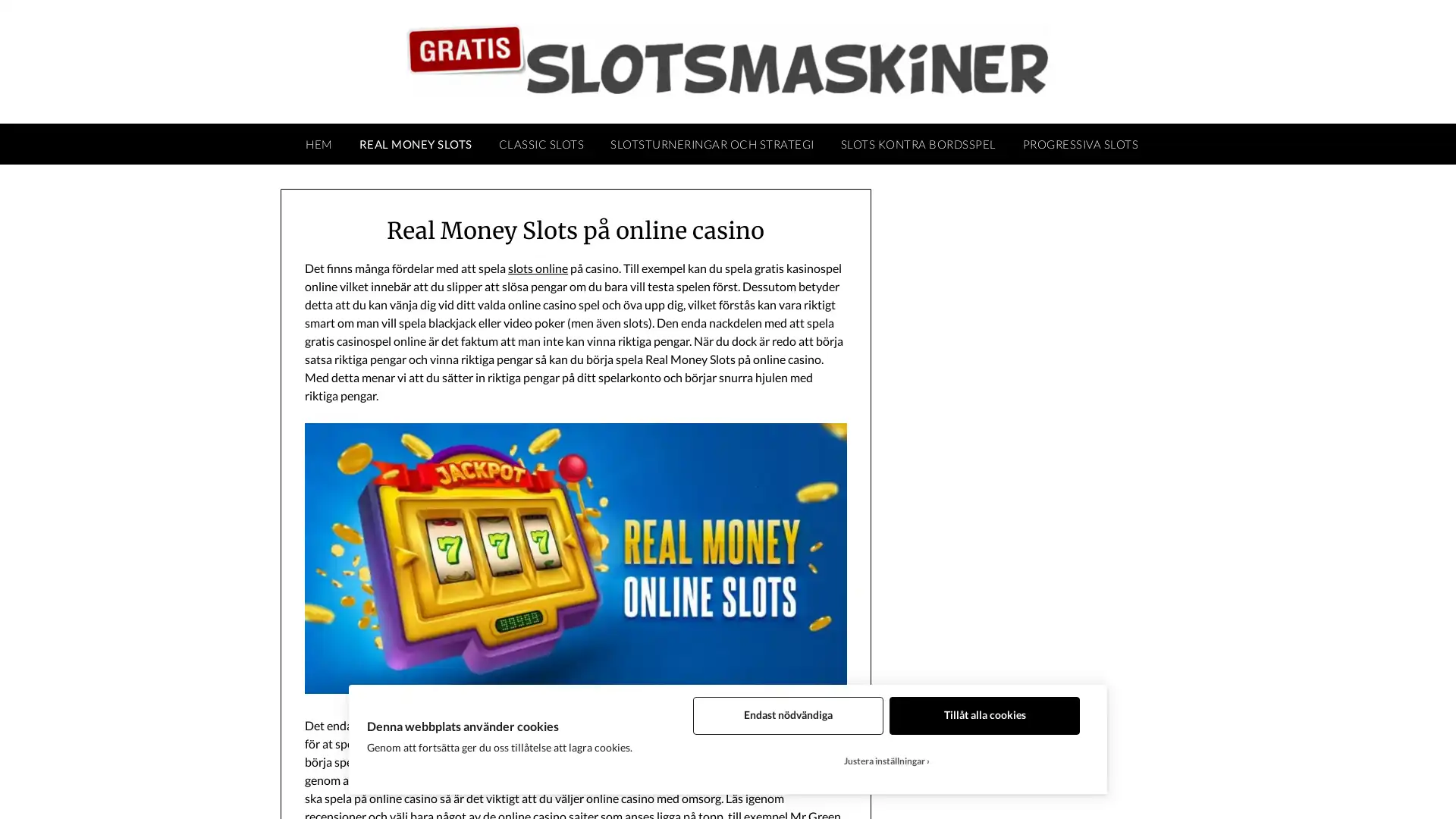  What do you see at coordinates (788, 716) in the screenshot?
I see `Endast nodvandiga` at bounding box center [788, 716].